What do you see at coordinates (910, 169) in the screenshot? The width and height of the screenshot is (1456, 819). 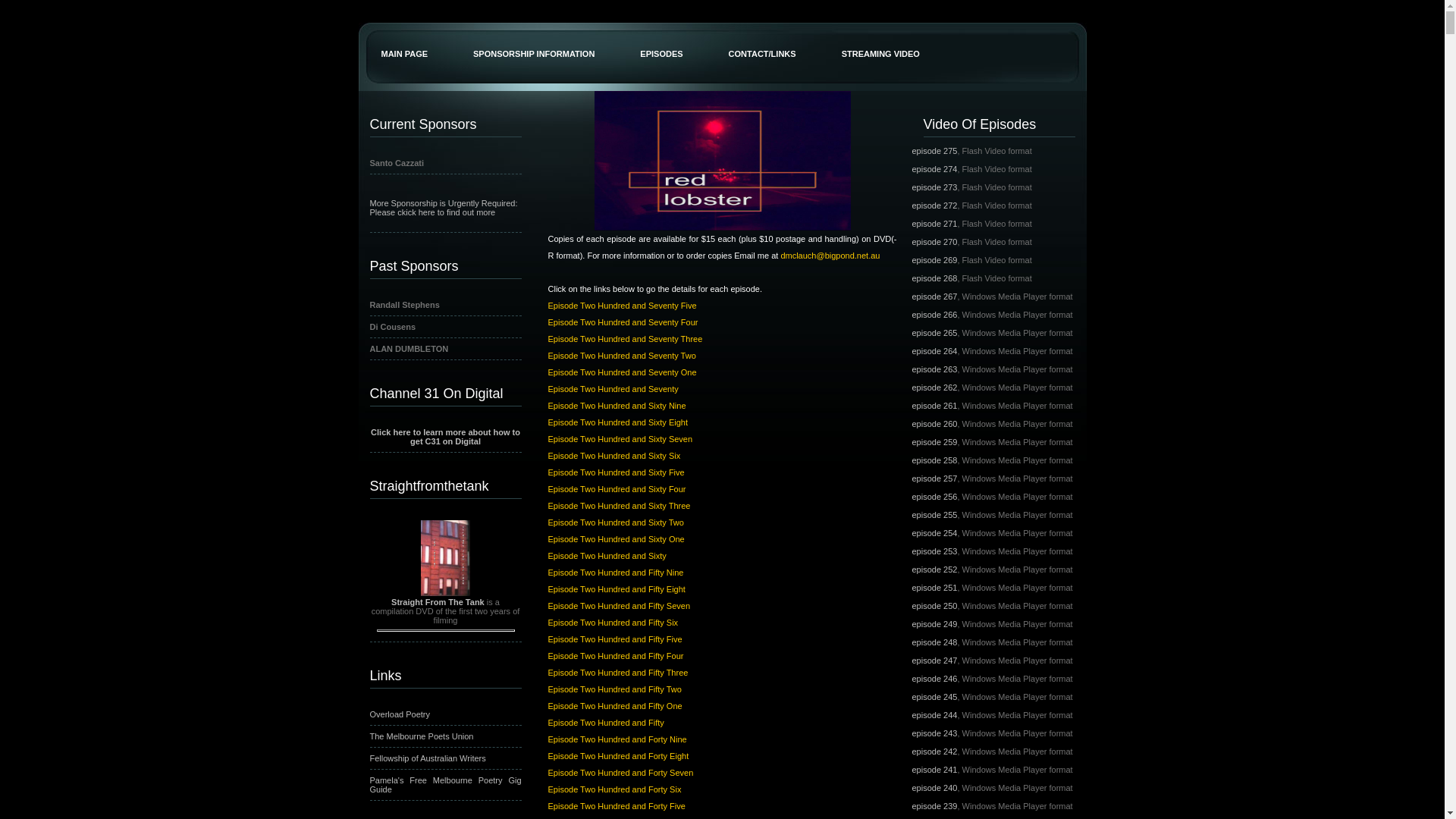 I see `'episode 274'` at bounding box center [910, 169].